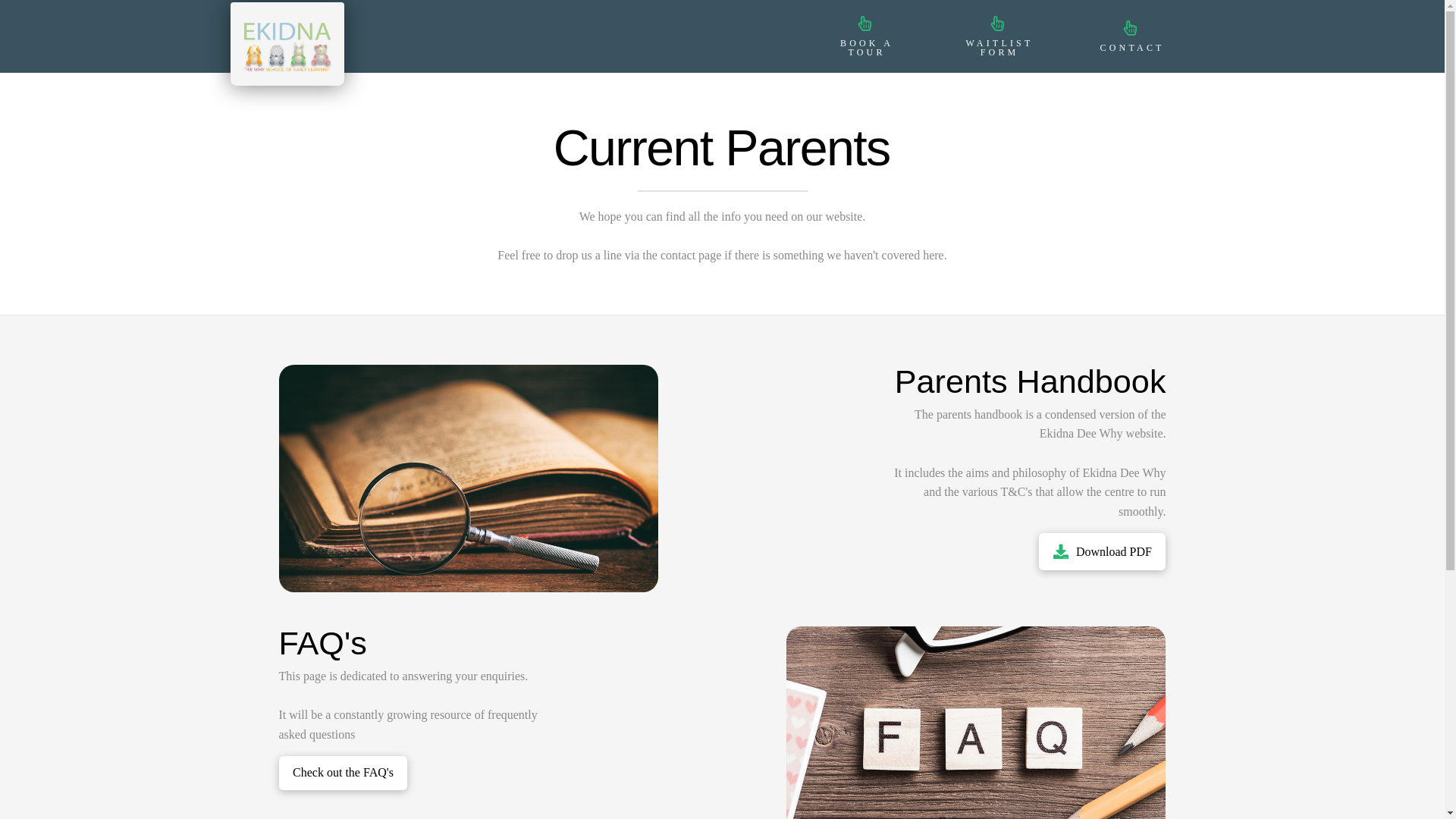 This screenshot has width=1456, height=819. What do you see at coordinates (1102, 551) in the screenshot?
I see `'Download PDF'` at bounding box center [1102, 551].